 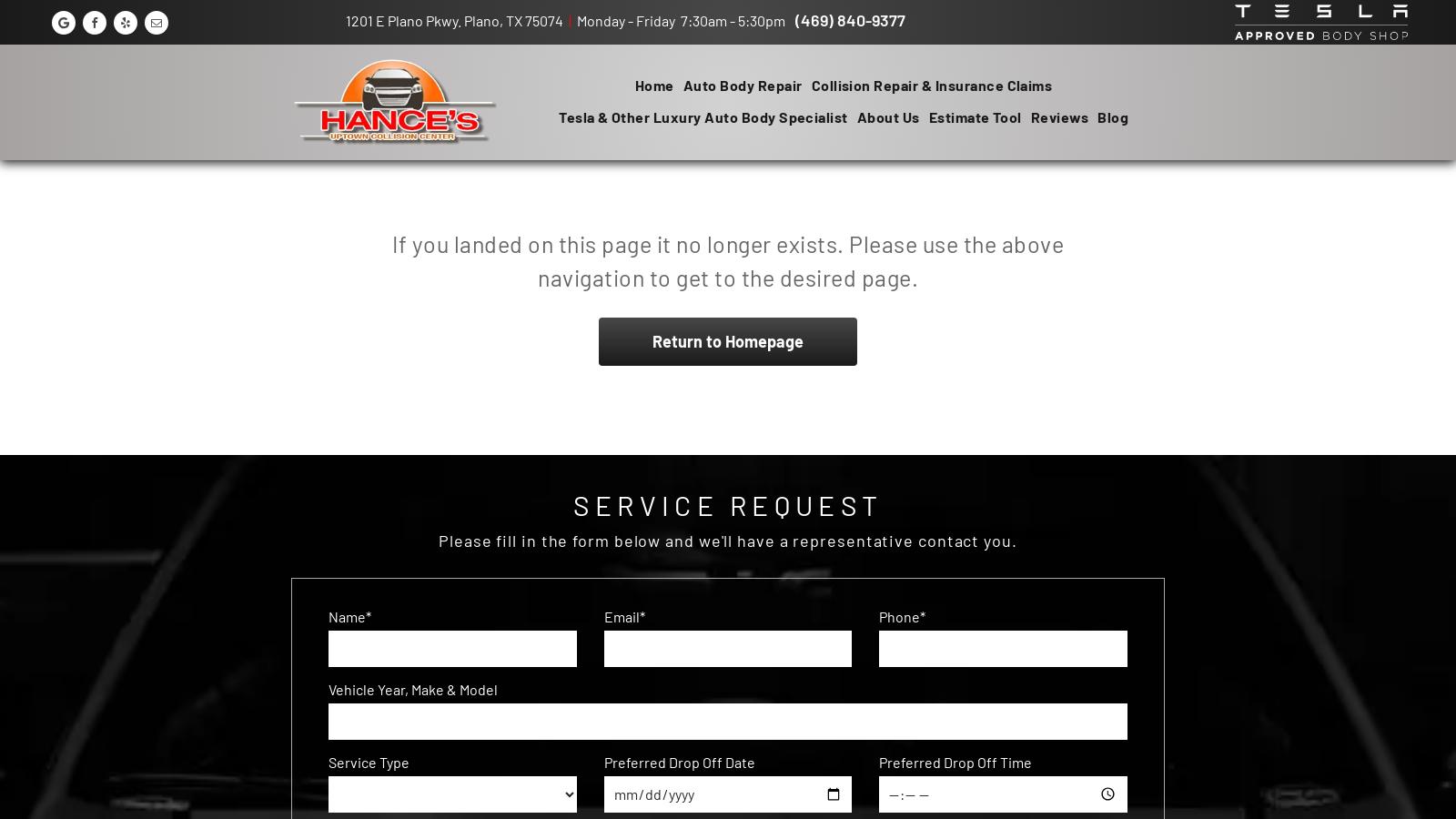 I want to click on 'Please fill in the form below and we'll have a representative contact you.', so click(x=727, y=541).